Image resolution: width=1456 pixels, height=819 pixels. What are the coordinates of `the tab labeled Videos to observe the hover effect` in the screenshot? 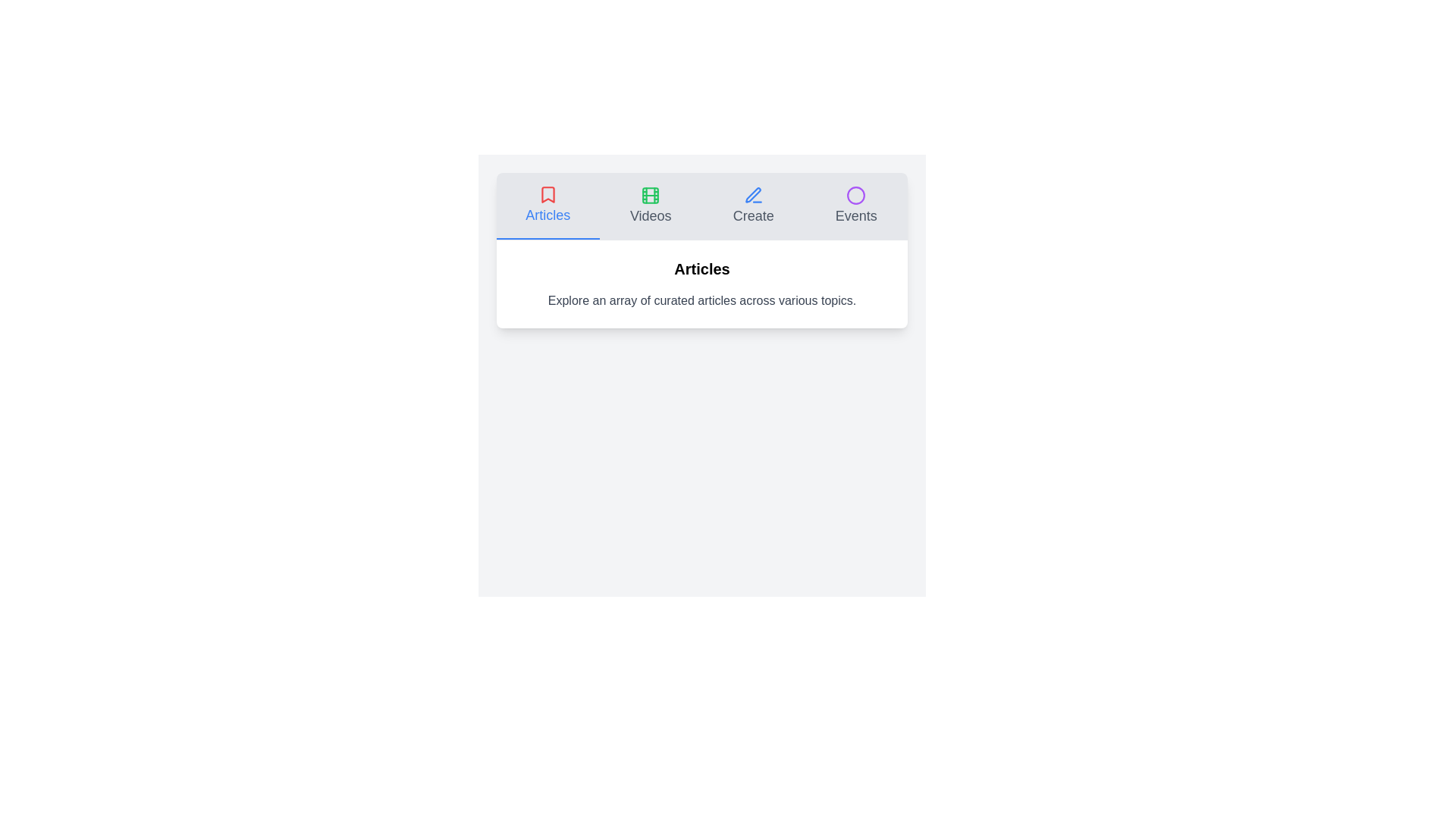 It's located at (651, 206).